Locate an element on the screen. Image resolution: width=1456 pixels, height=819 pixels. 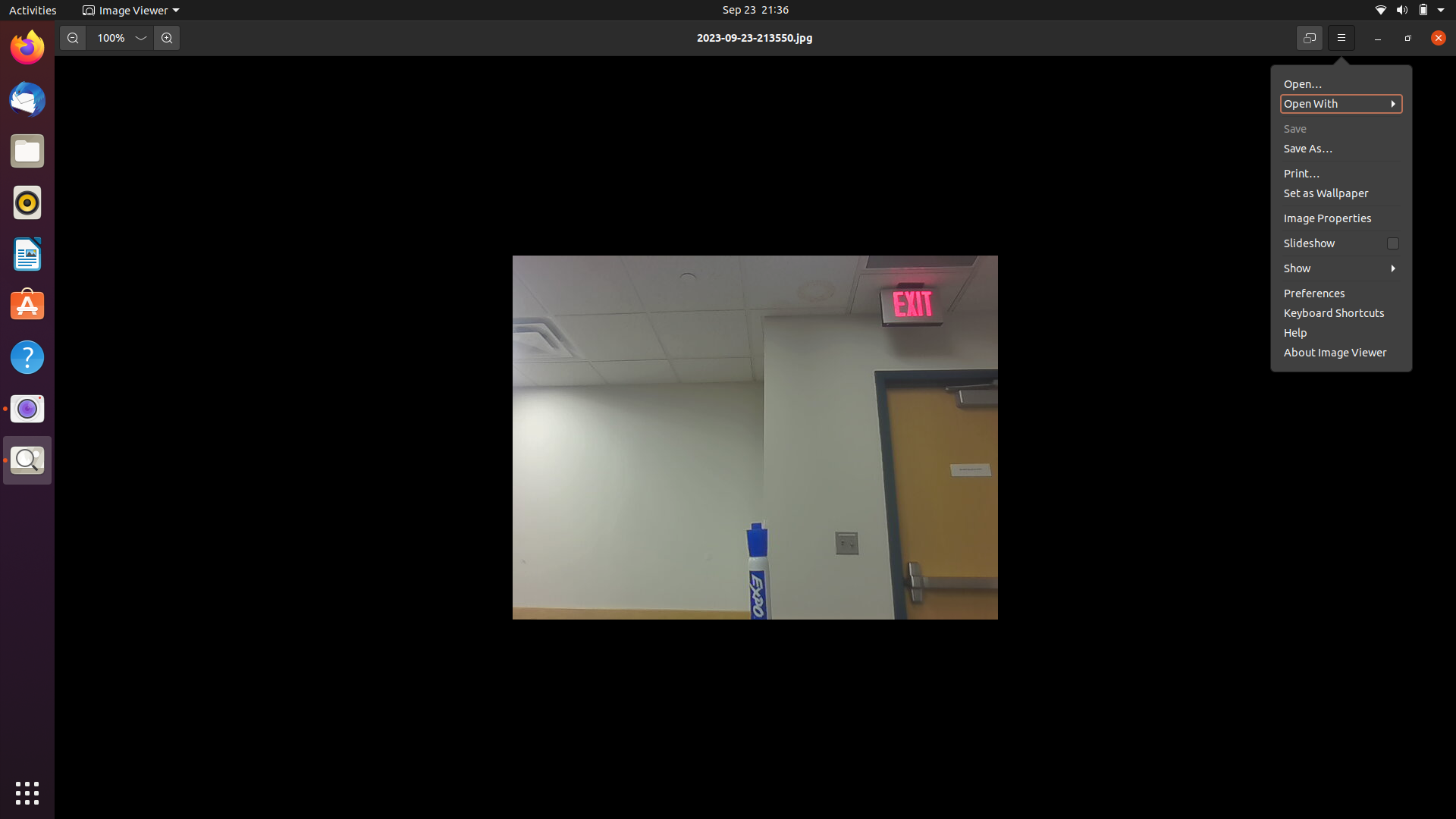
Zoom in the image once is located at coordinates (166, 37).